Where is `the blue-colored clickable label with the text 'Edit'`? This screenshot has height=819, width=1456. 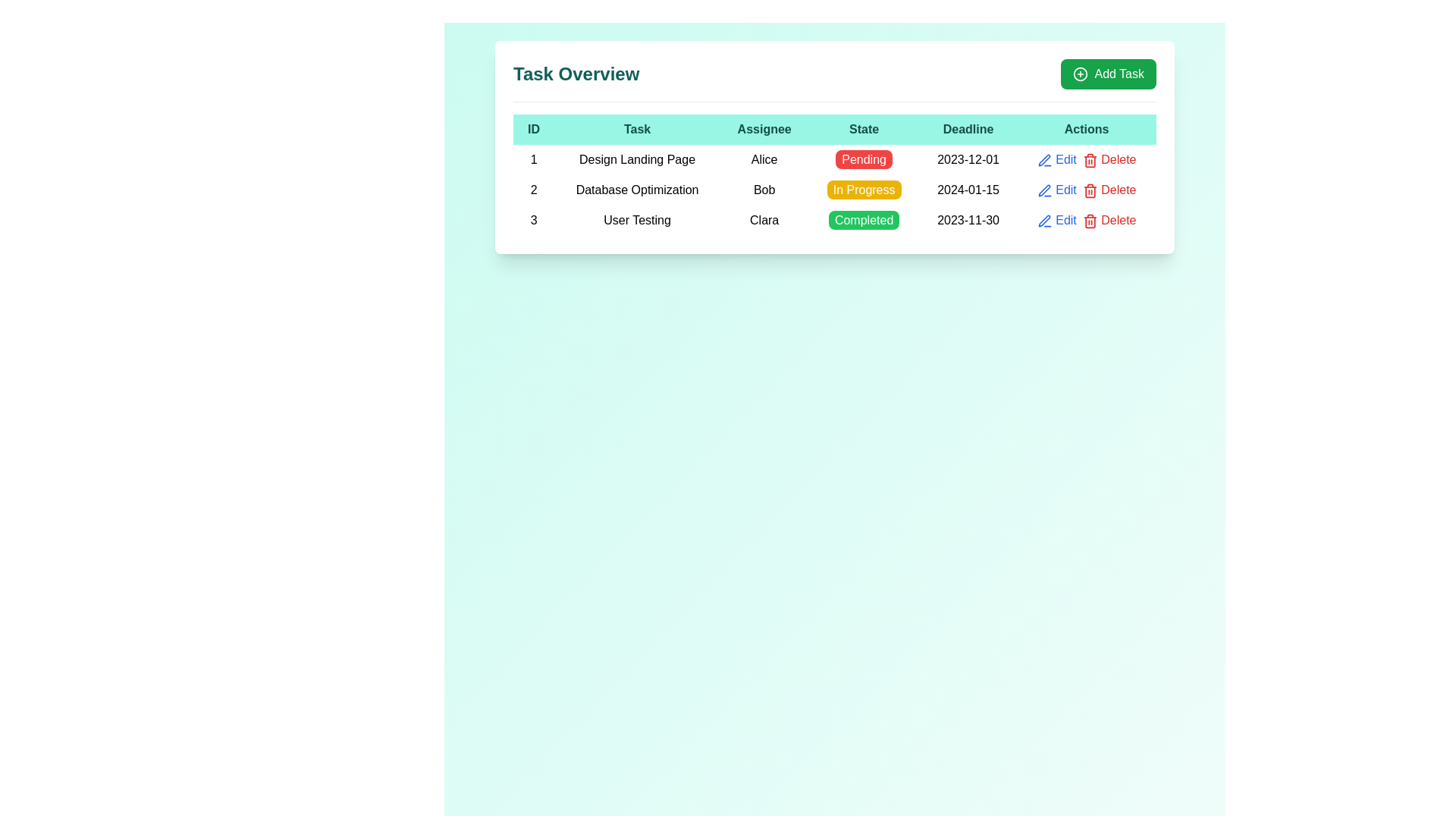 the blue-colored clickable label with the text 'Edit' is located at coordinates (1056, 220).